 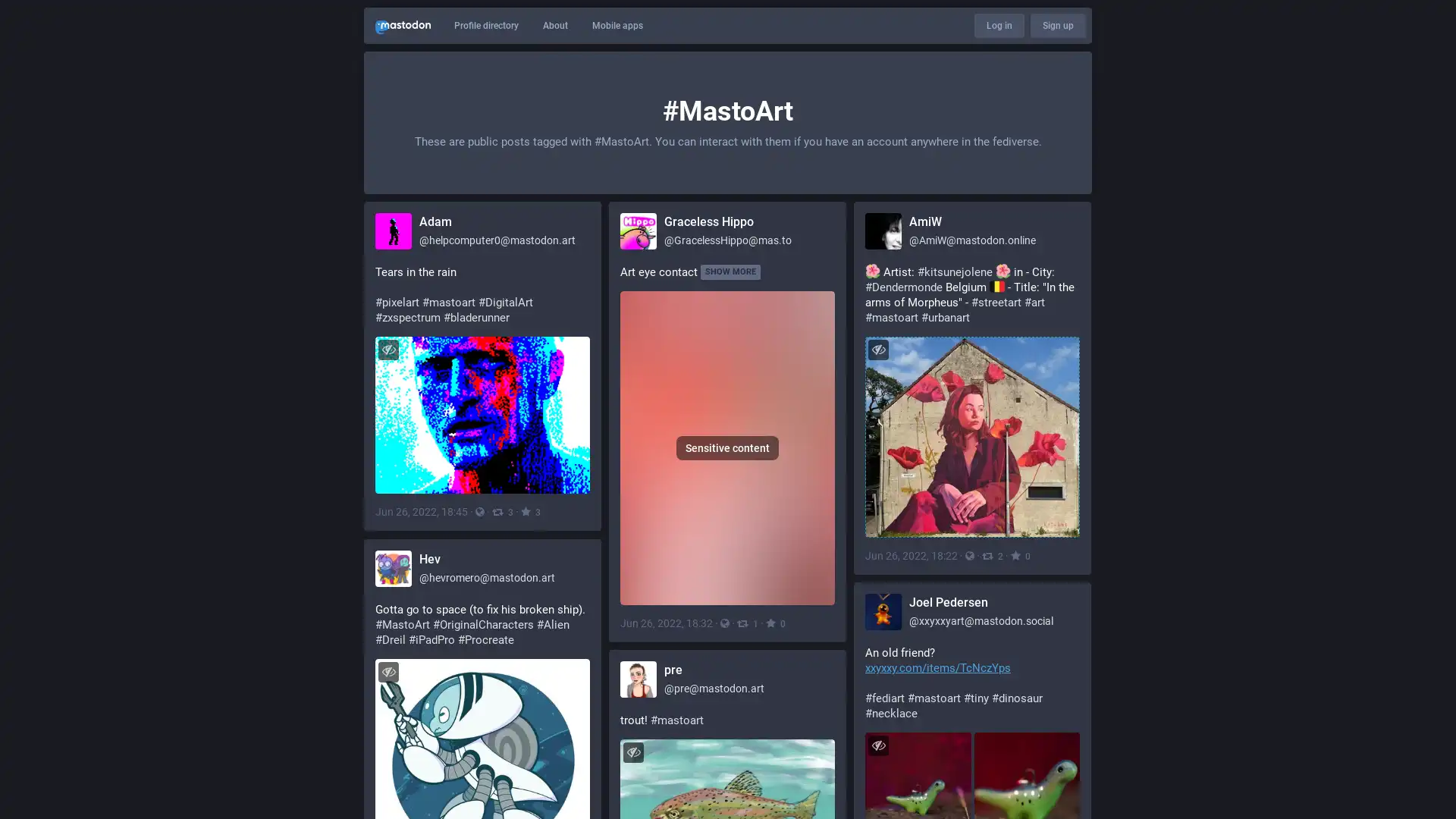 I want to click on Hide image, so click(x=388, y=674).